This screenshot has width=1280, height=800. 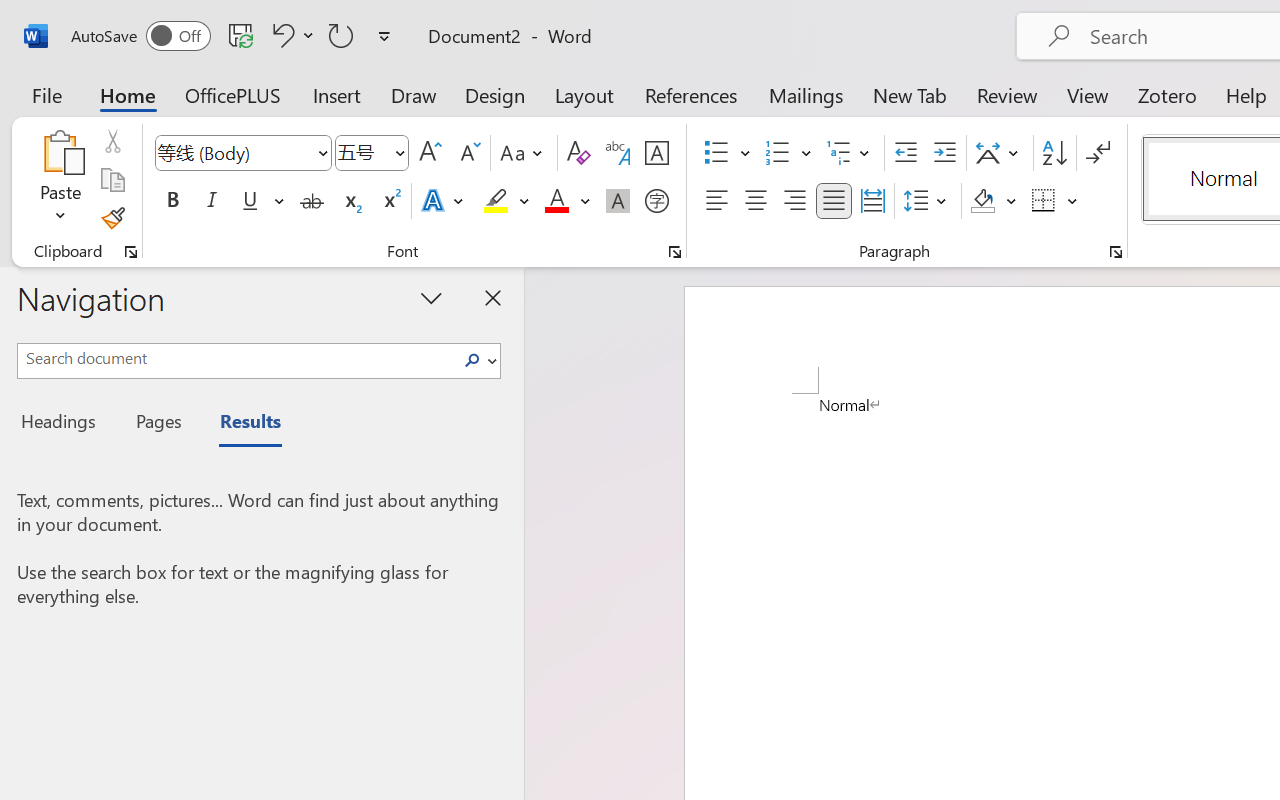 What do you see at coordinates (927, 201) in the screenshot?
I see `'Line and Paragraph Spacing'` at bounding box center [927, 201].